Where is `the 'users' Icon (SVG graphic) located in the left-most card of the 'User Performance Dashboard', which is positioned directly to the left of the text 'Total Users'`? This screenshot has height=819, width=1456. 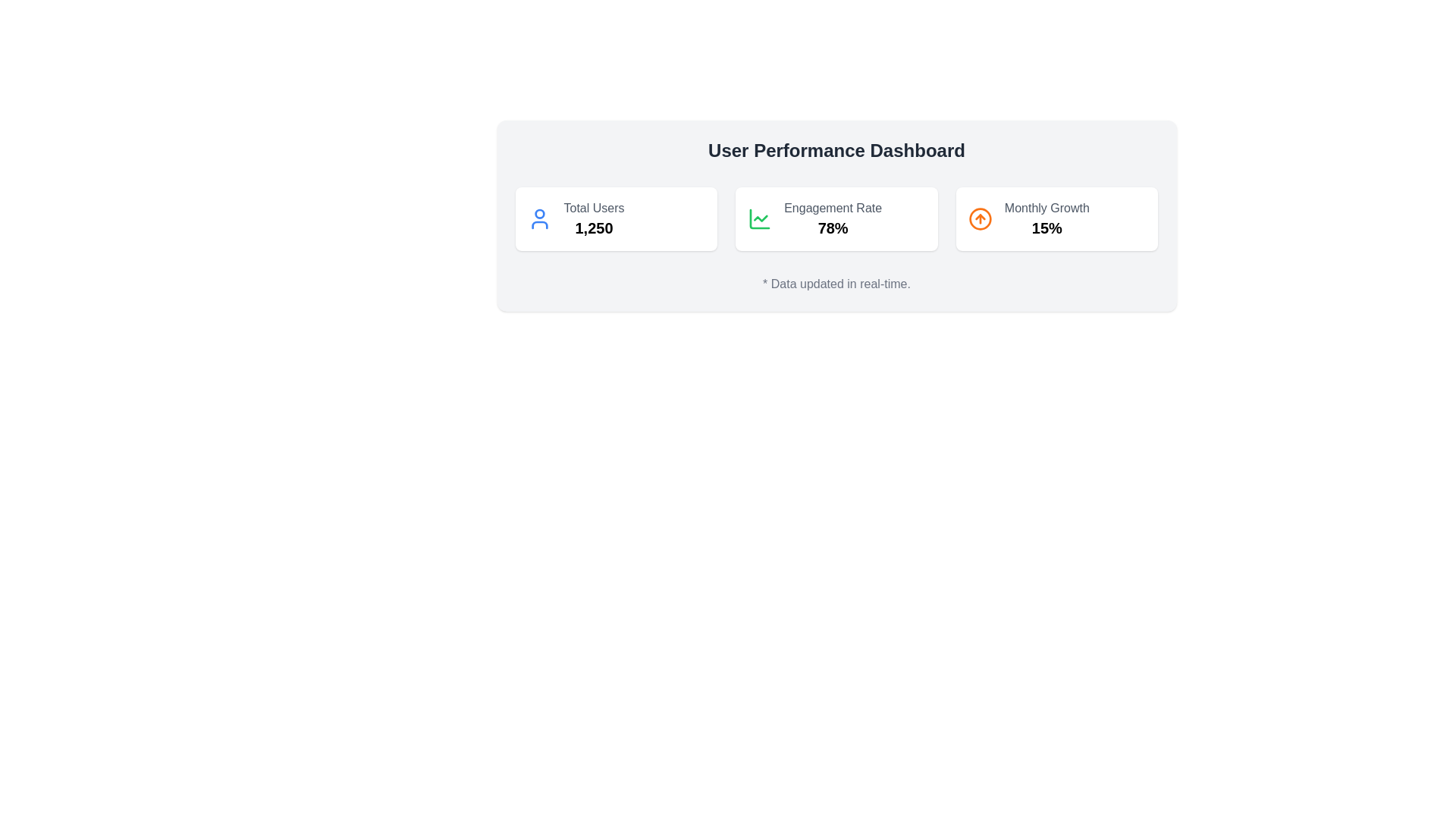
the 'users' Icon (SVG graphic) located in the left-most card of the 'User Performance Dashboard', which is positioned directly to the left of the text 'Total Users' is located at coordinates (539, 219).